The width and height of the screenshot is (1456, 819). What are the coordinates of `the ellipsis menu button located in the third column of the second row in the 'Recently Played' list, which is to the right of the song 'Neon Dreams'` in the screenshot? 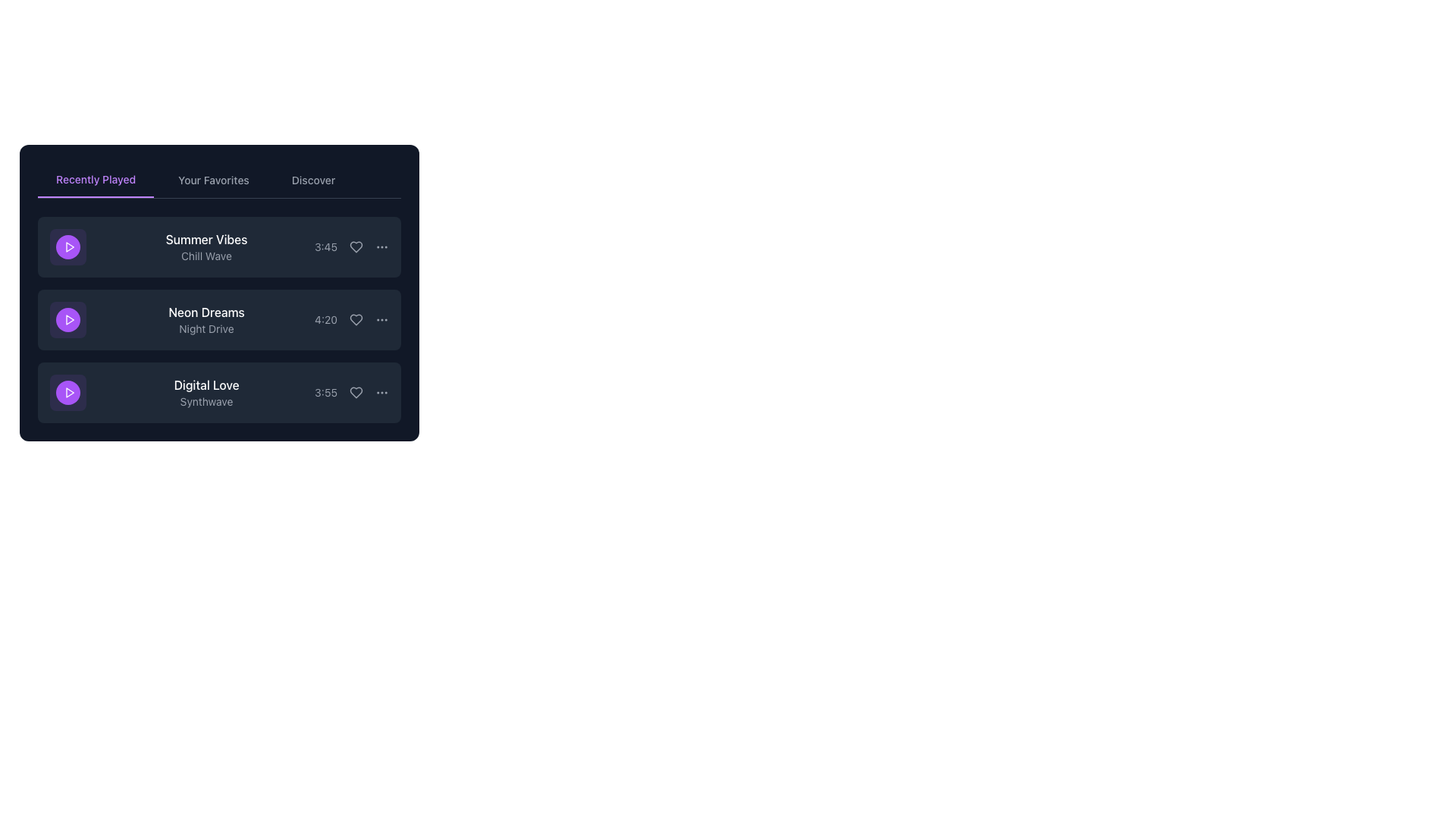 It's located at (382, 318).